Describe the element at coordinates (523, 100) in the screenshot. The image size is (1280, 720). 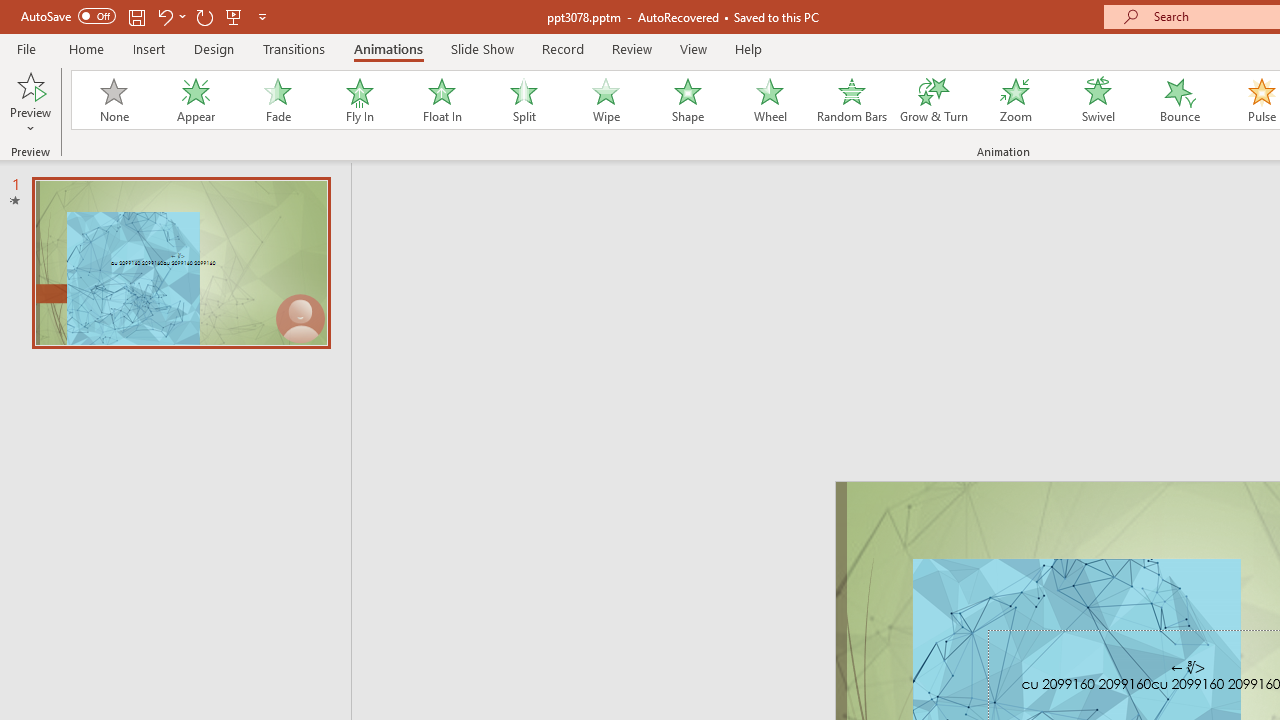
I see `'Split'` at that location.